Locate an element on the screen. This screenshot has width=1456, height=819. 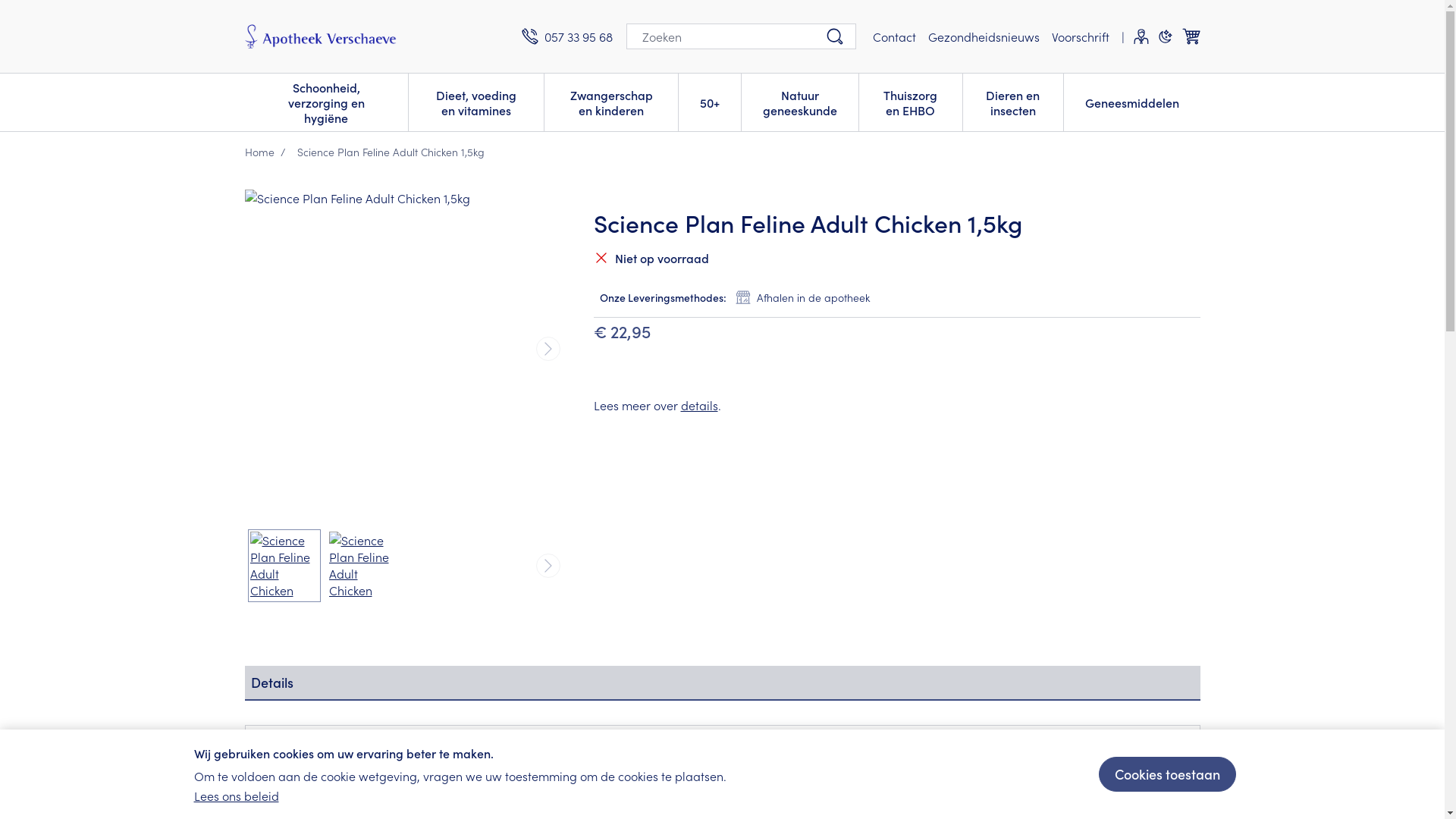
'Cookies toestaan' is located at coordinates (1166, 774).